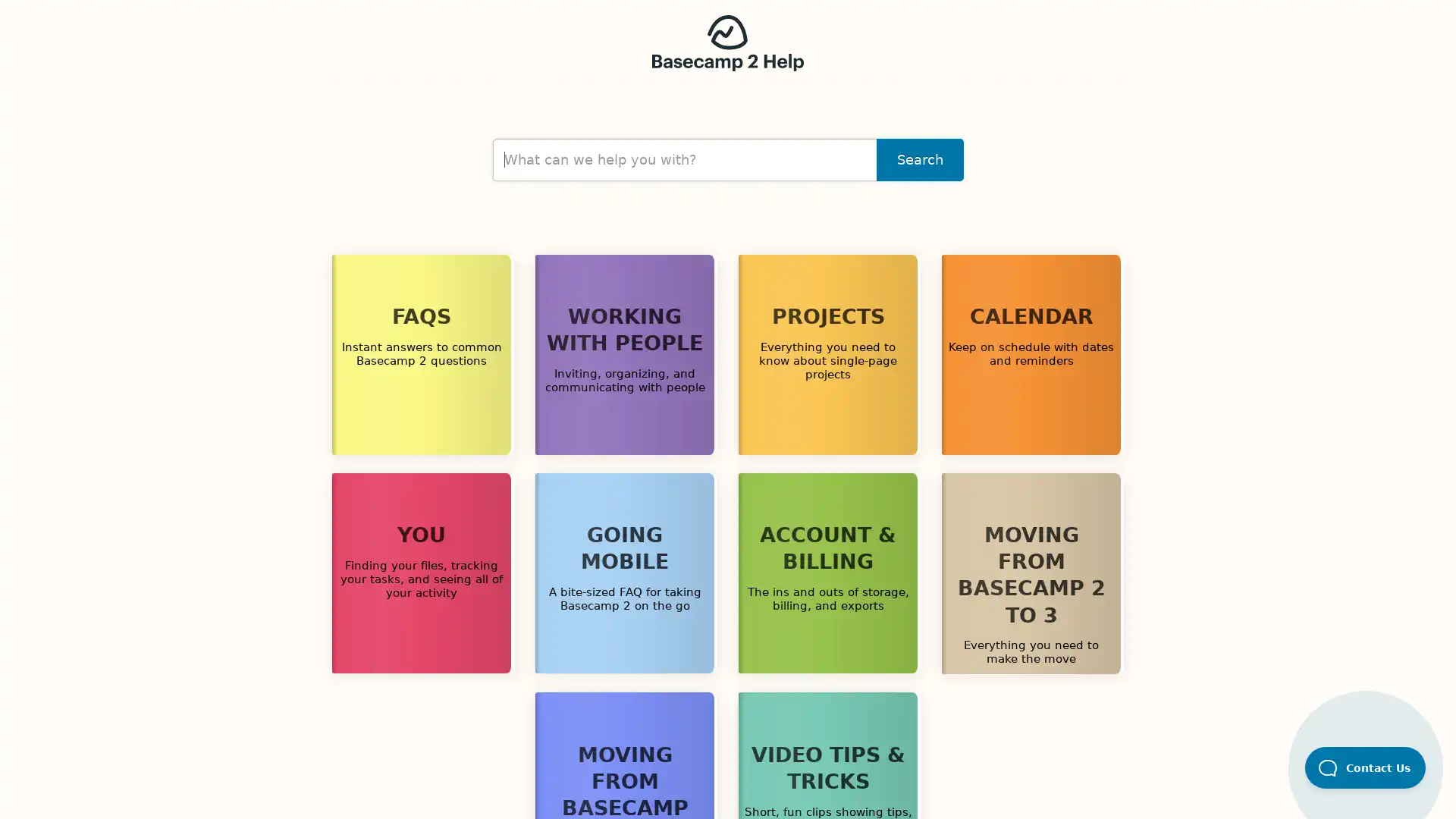 This screenshot has height=819, width=1456. I want to click on Search, so click(919, 160).